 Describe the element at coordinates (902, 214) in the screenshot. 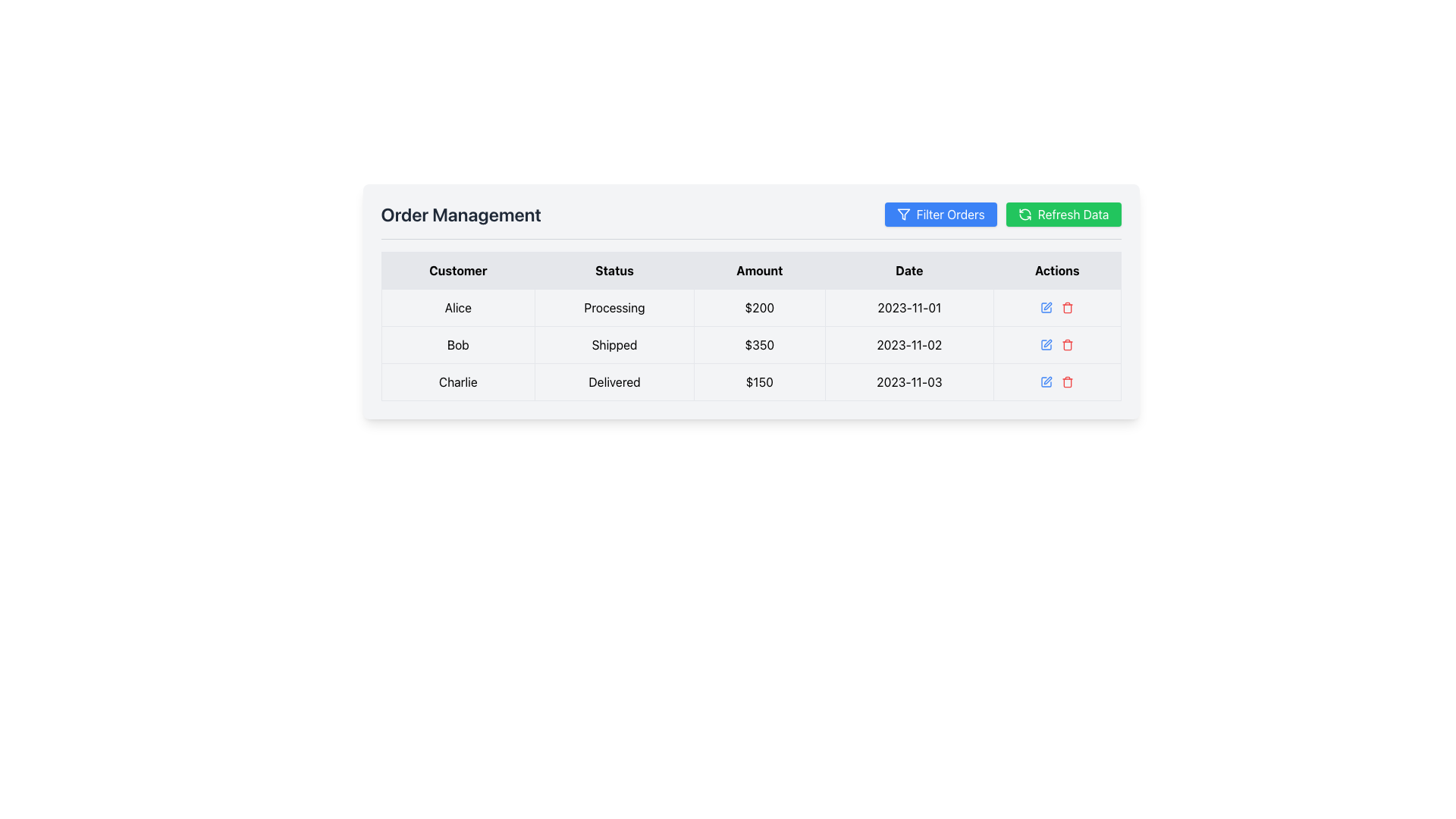

I see `the filter orders icon located to the left of the button text inside the 'Filter Orders' button at the top right corner of the table interface` at that location.